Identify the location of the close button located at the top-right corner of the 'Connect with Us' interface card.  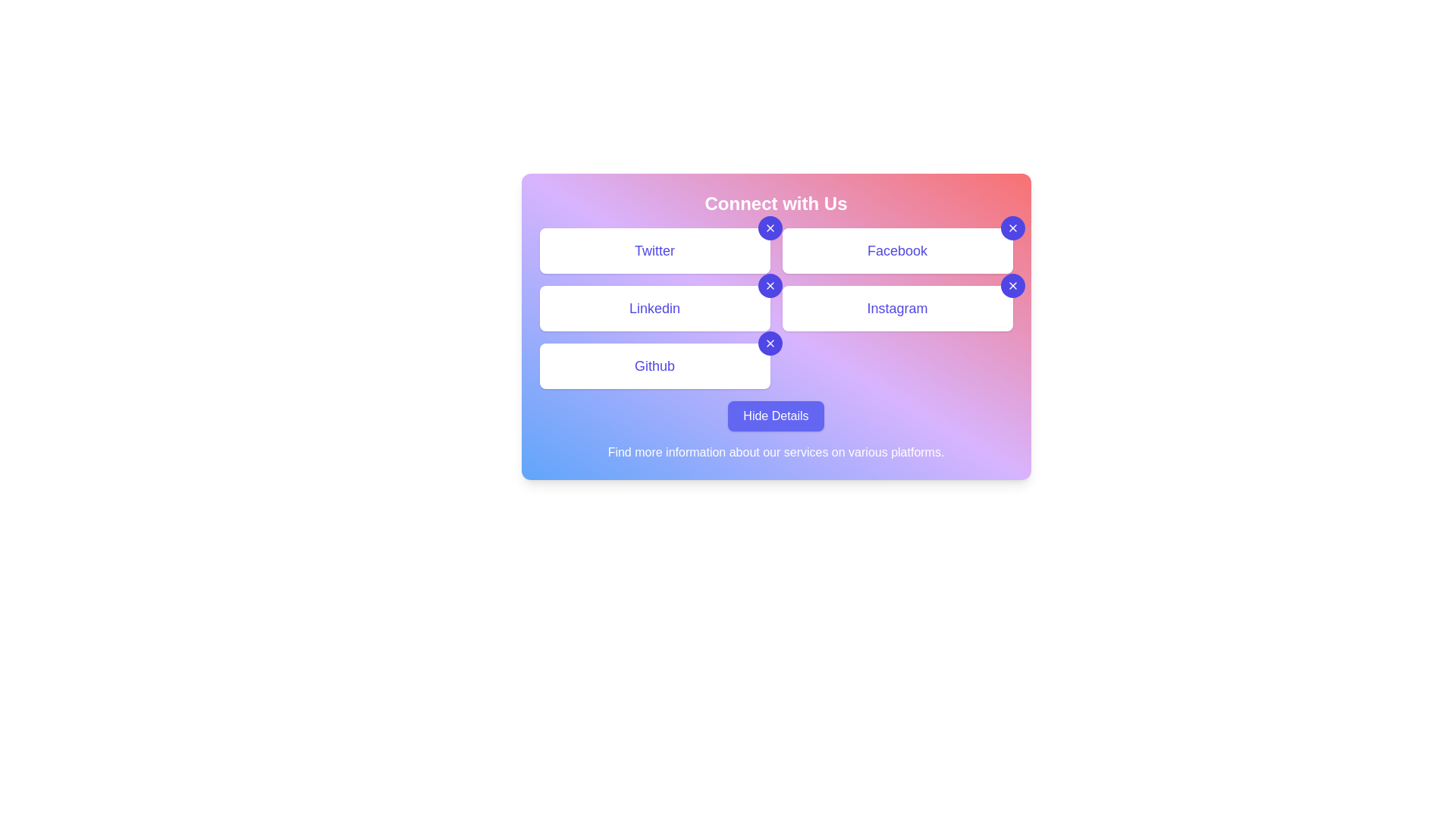
(770, 227).